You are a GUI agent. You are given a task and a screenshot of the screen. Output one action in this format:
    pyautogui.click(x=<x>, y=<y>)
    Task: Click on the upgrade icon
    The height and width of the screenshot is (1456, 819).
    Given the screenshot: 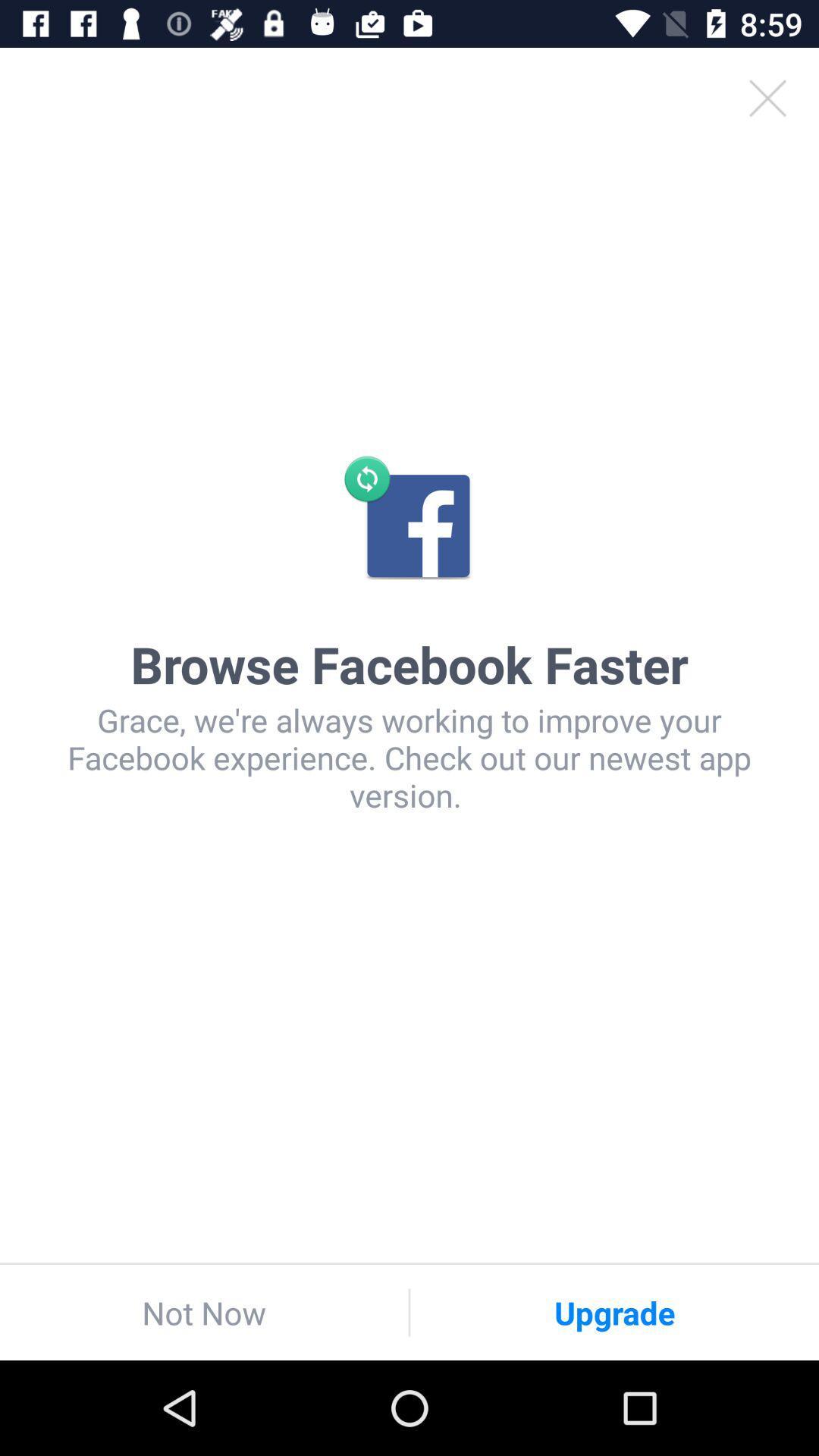 What is the action you would take?
    pyautogui.click(x=614, y=1312)
    